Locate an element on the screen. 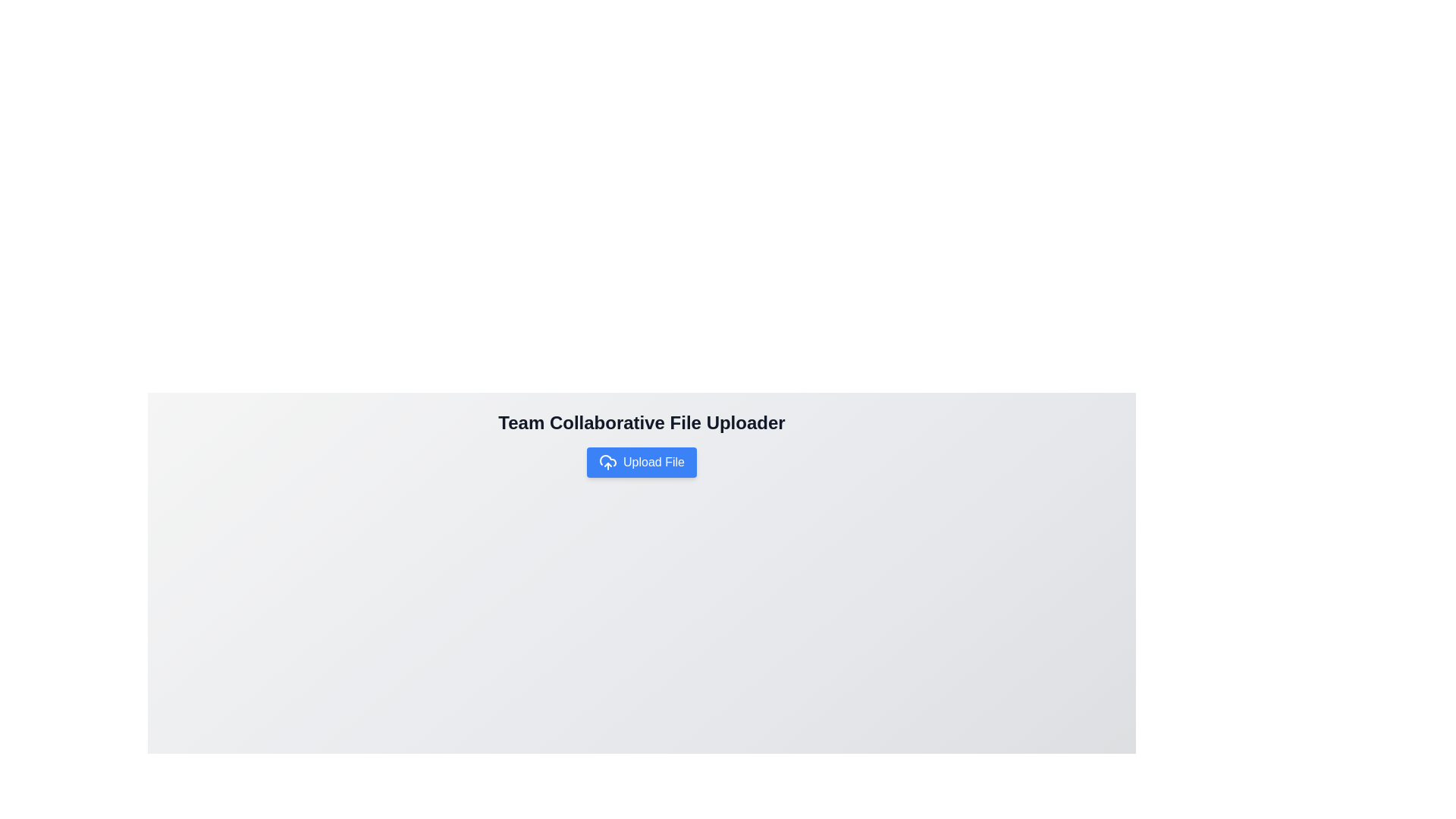 The height and width of the screenshot is (819, 1456). the text-based header component reading 'Team Collaborative File Uploader', which is prominently styled in bold, large dark gray font against a light gradient background, positioned at the top of the interactive area is located at coordinates (642, 423).